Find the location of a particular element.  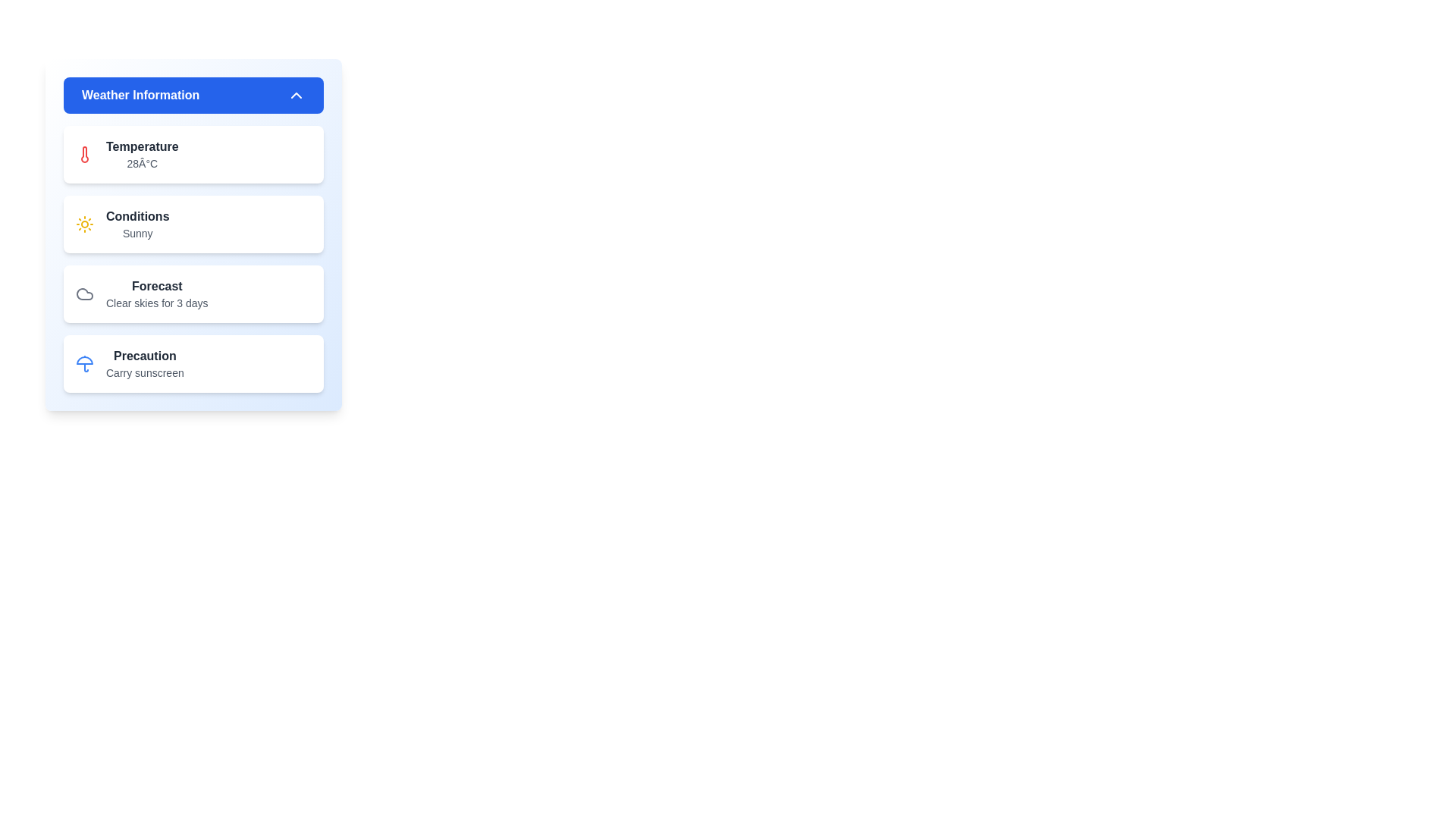

the sun icon representing sunny weather, located in the 'Conditions' section of the 'Weather Information' panel, positioned to the left of the label 'Conditions' is located at coordinates (83, 224).